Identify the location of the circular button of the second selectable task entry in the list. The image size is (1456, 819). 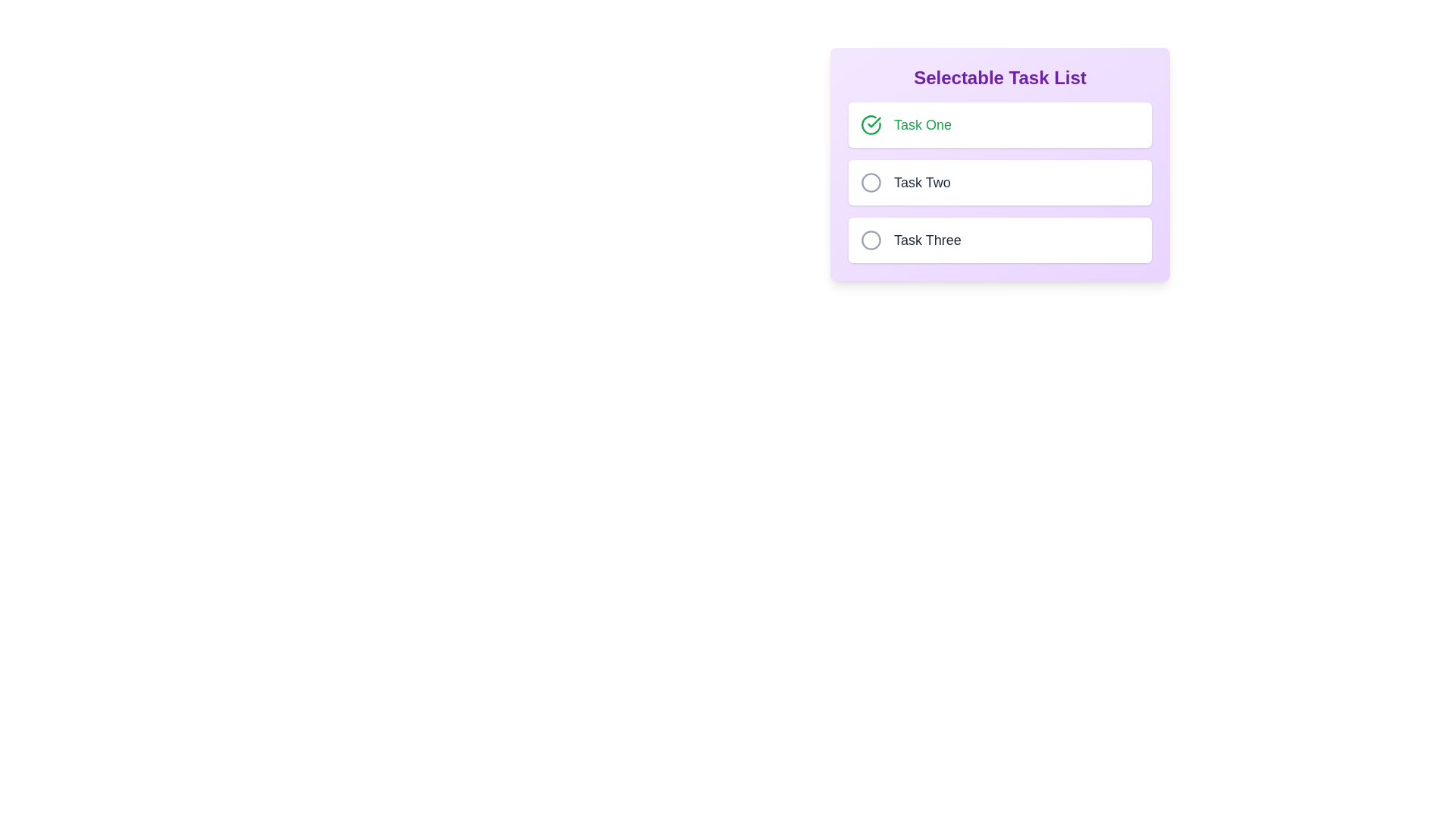
(905, 181).